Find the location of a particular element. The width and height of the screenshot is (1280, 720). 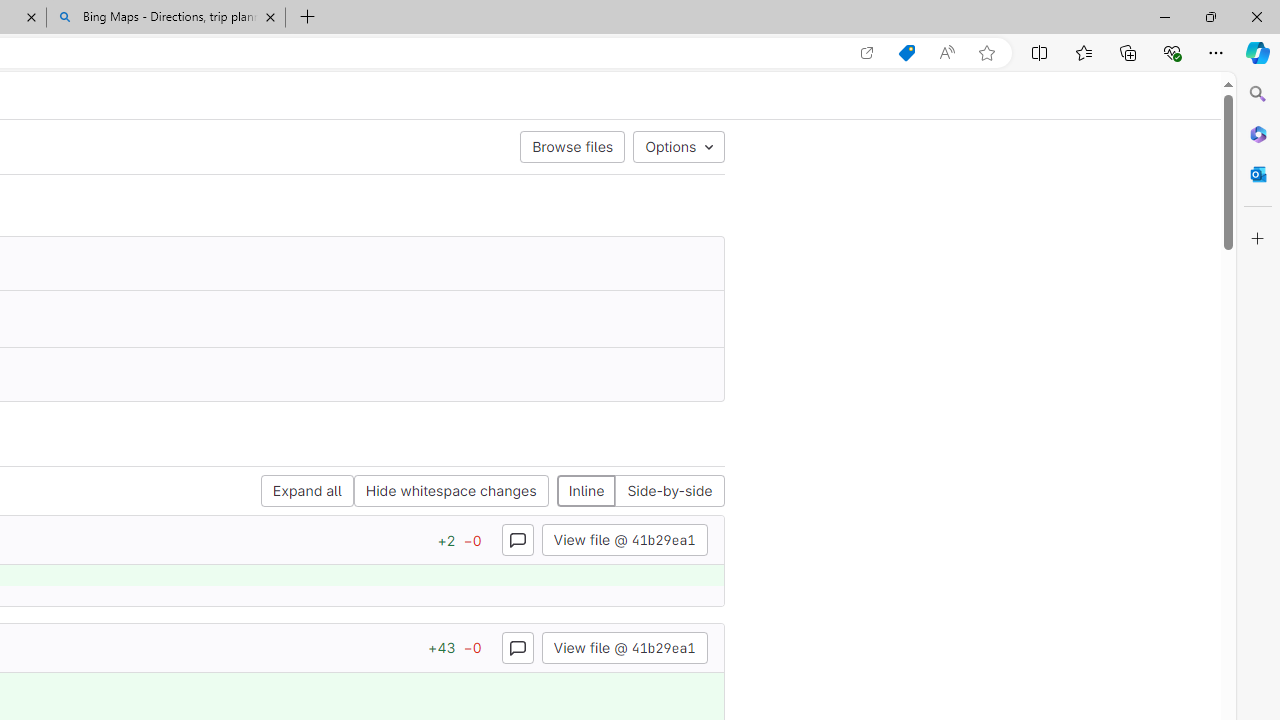

'Browse files' is located at coordinates (571, 145).